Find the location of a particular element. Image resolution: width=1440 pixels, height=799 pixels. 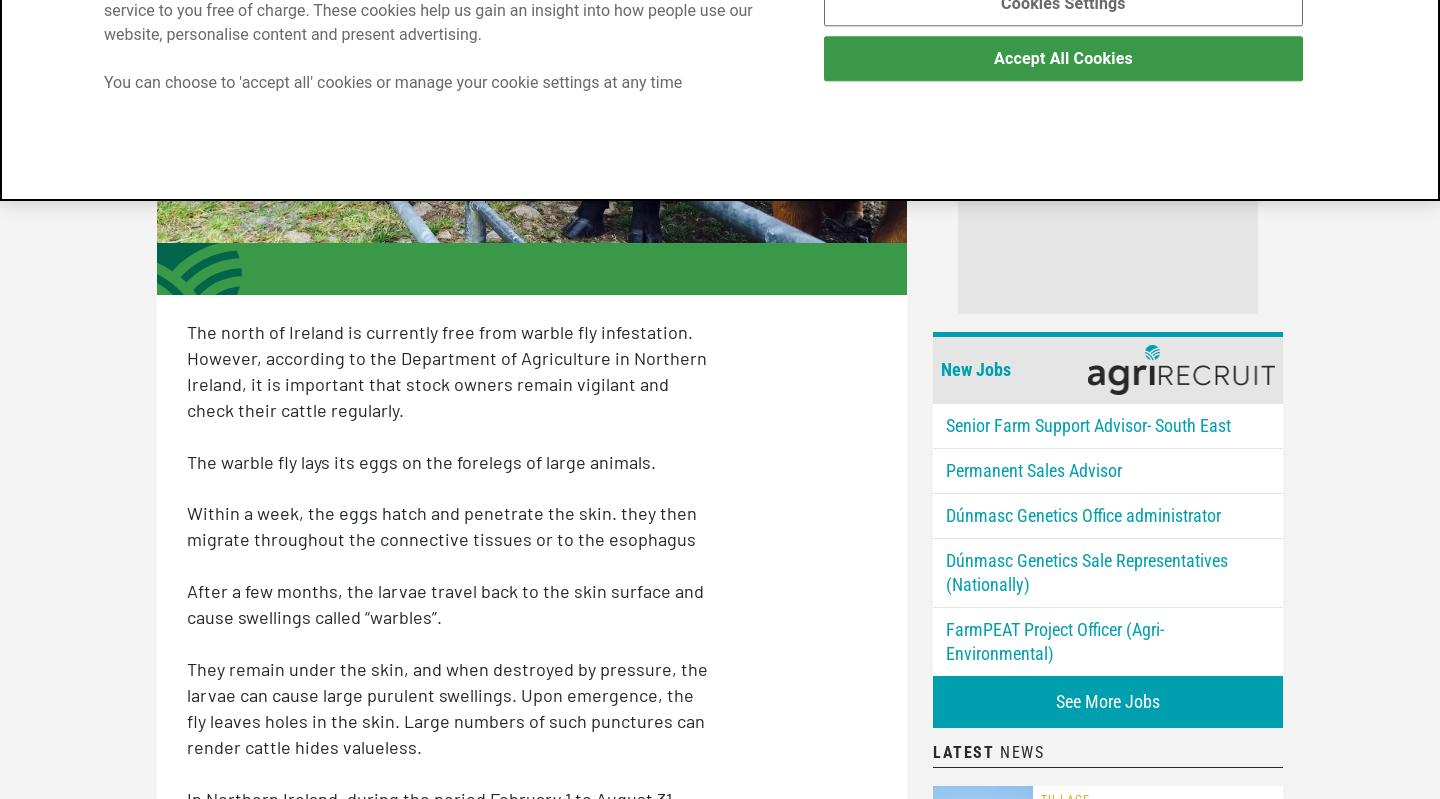

'They remain under the skin, and when destroyed by pressure, the larvae can cause large purulent swellings. Upon emergence, the fly leaves holes in the skin. Large numbers of such punctures can render cattle hides valueless.' is located at coordinates (447, 707).